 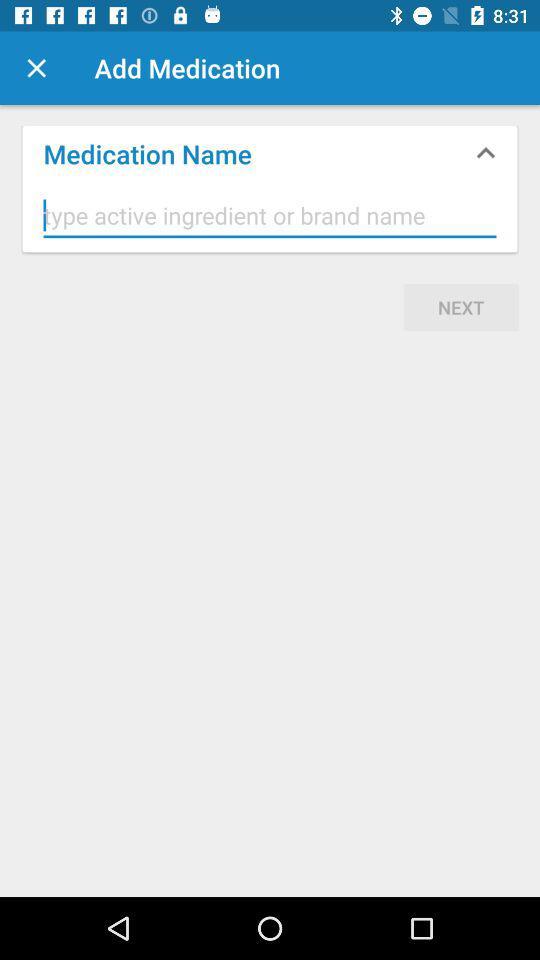 What do you see at coordinates (36, 68) in the screenshot?
I see `item to the left of the add medication icon` at bounding box center [36, 68].